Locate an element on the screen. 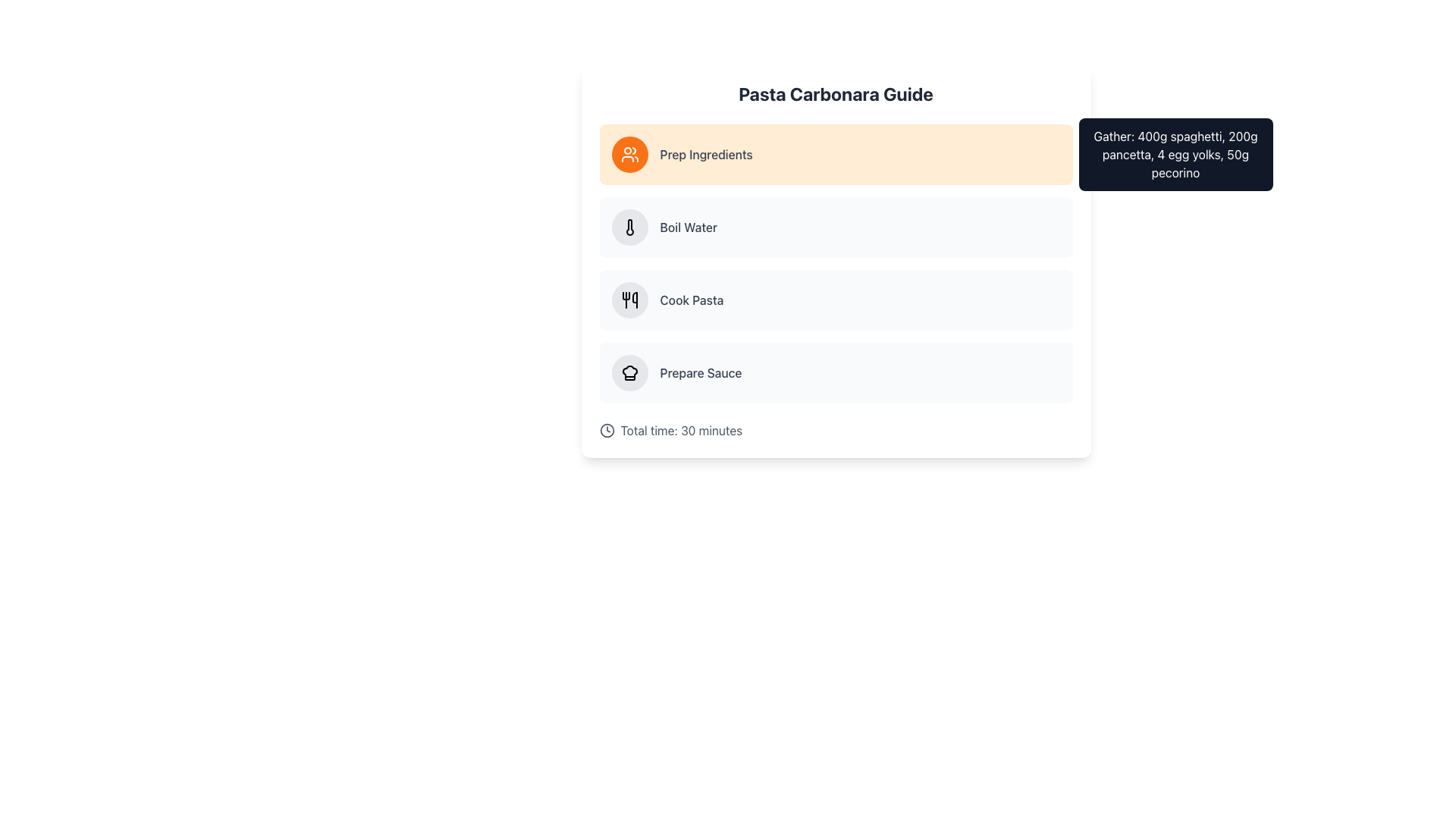  the circular icon with a gray background and a chef's hat illustration, located to the left of the 'Prepare Sauce' list item in the task list is located at coordinates (629, 373).